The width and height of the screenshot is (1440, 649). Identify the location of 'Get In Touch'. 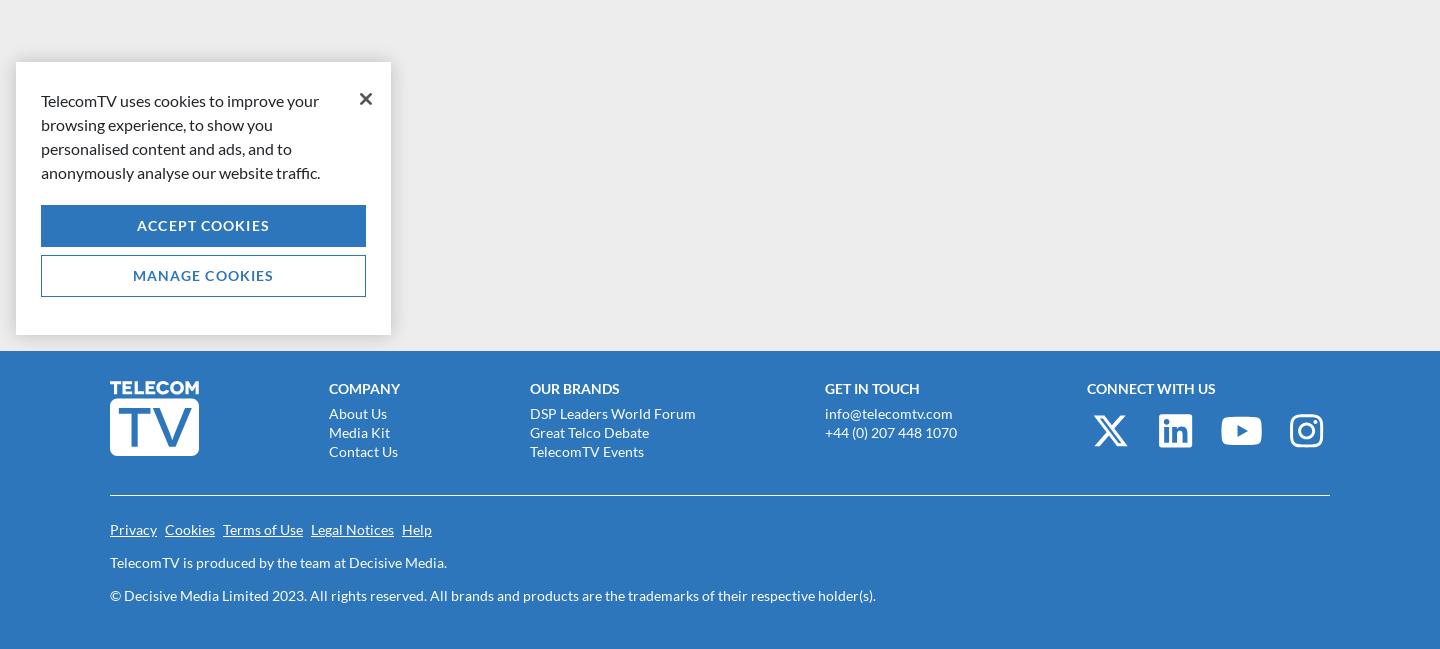
(824, 388).